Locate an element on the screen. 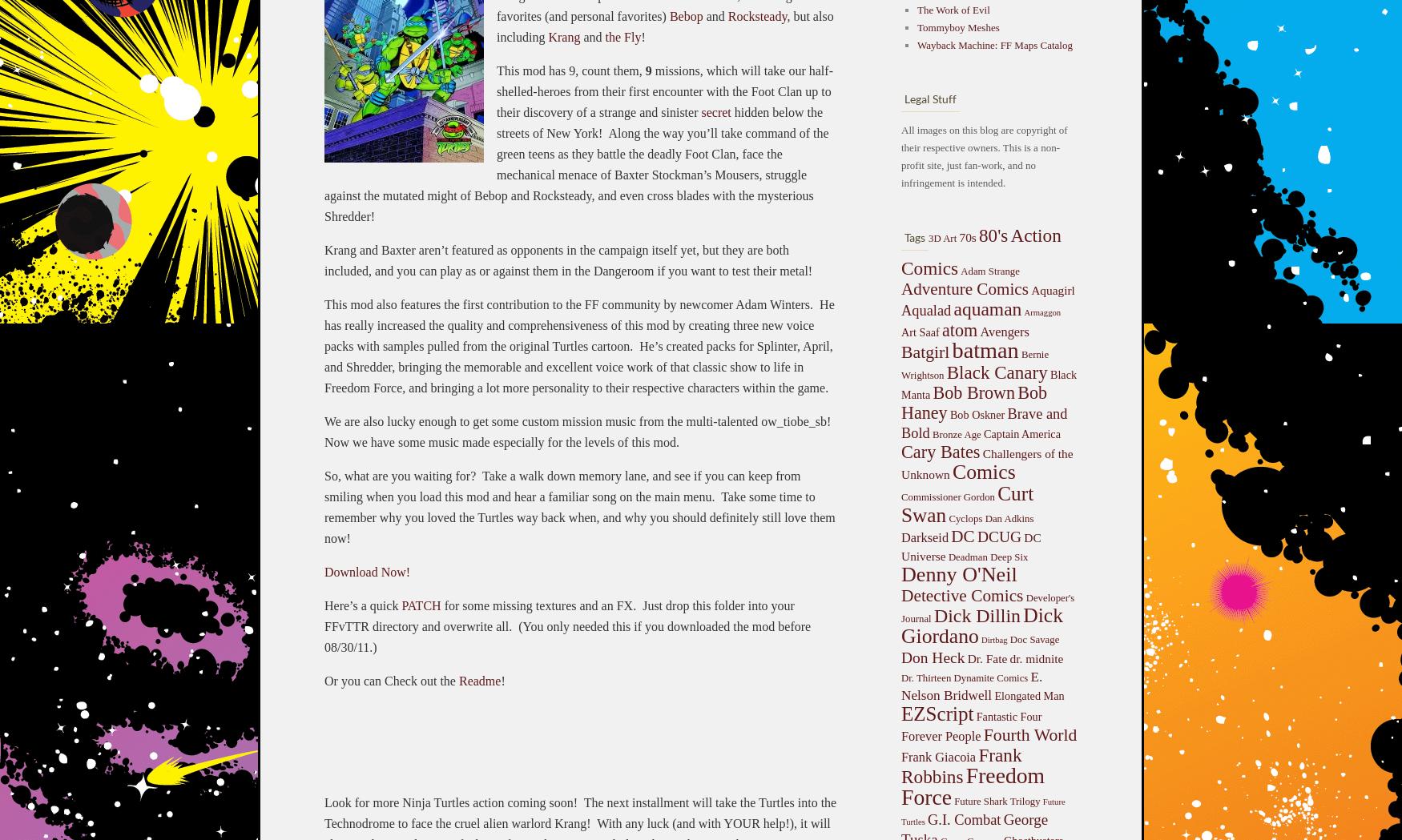  'Fantastic Four' is located at coordinates (976, 716).